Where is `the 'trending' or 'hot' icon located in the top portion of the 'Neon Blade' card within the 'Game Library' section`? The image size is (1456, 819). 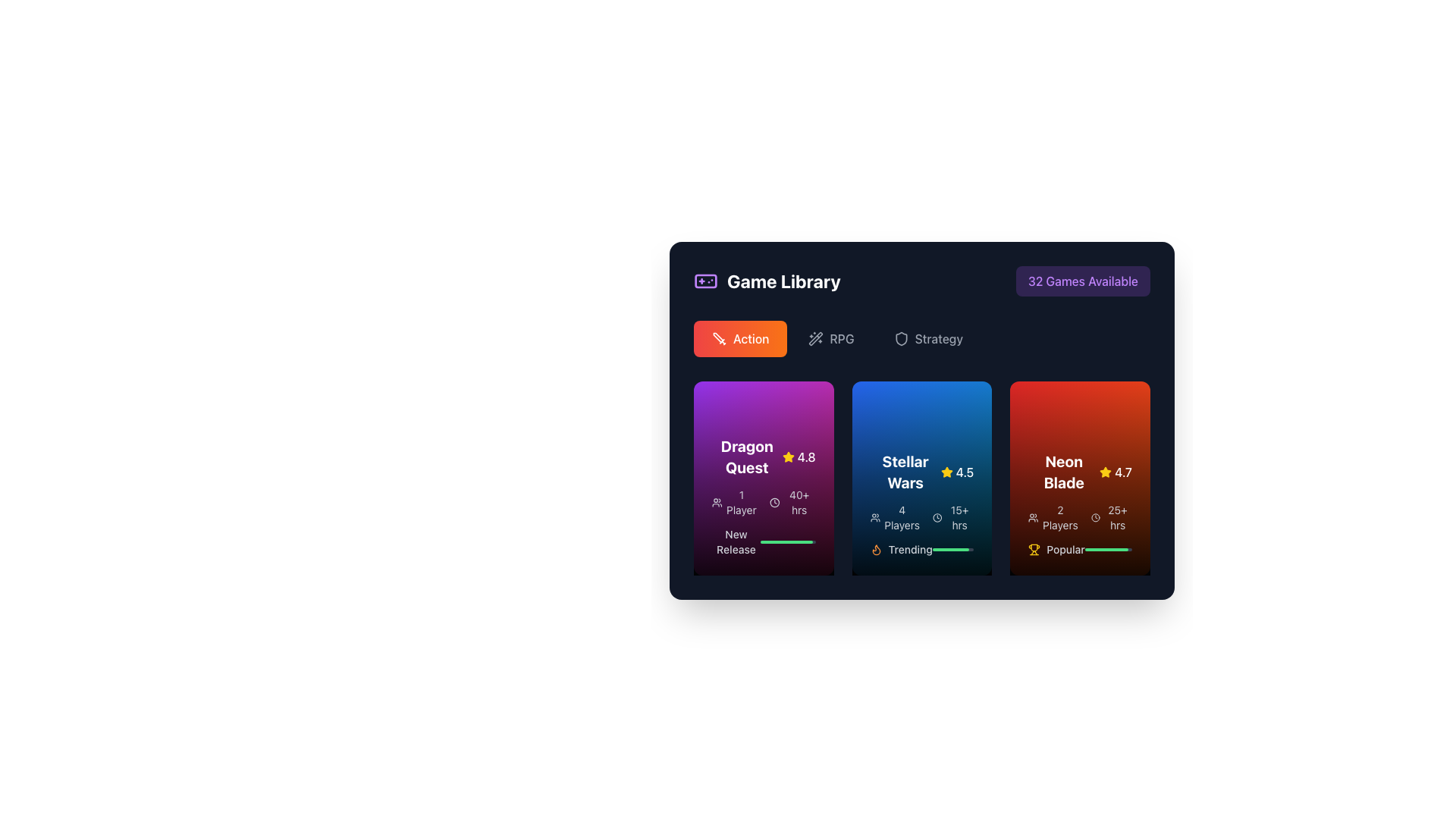
the 'trending' or 'hot' icon located in the top portion of the 'Neon Blade' card within the 'Game Library' section is located at coordinates (876, 550).